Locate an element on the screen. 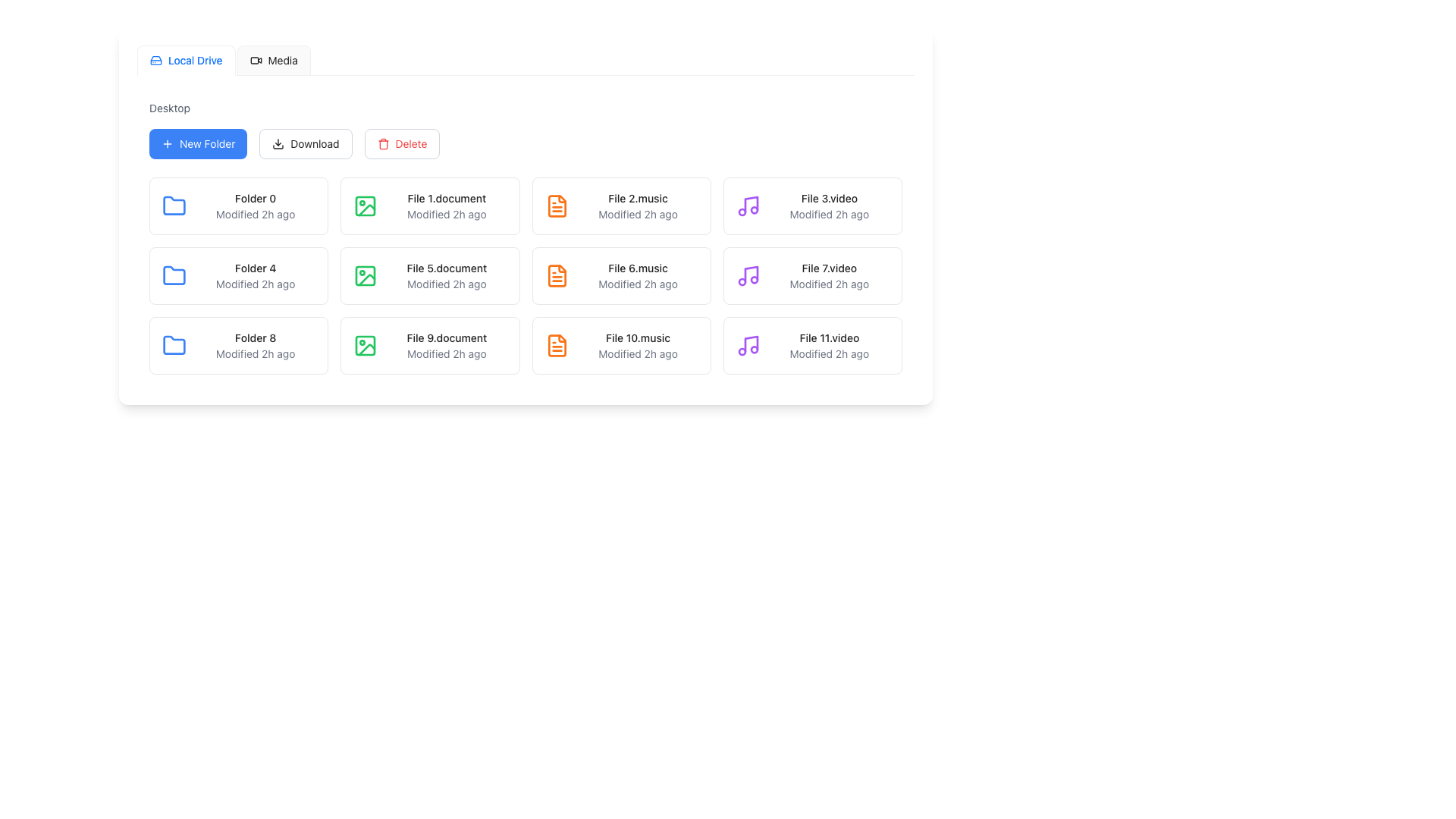 The width and height of the screenshot is (1456, 819). displayed file information from the text block containing 'File 2.music' in bold black font and 'Modified 2h ago' in smaller gray font, located in the second column of the first row in a grid layout is located at coordinates (638, 206).